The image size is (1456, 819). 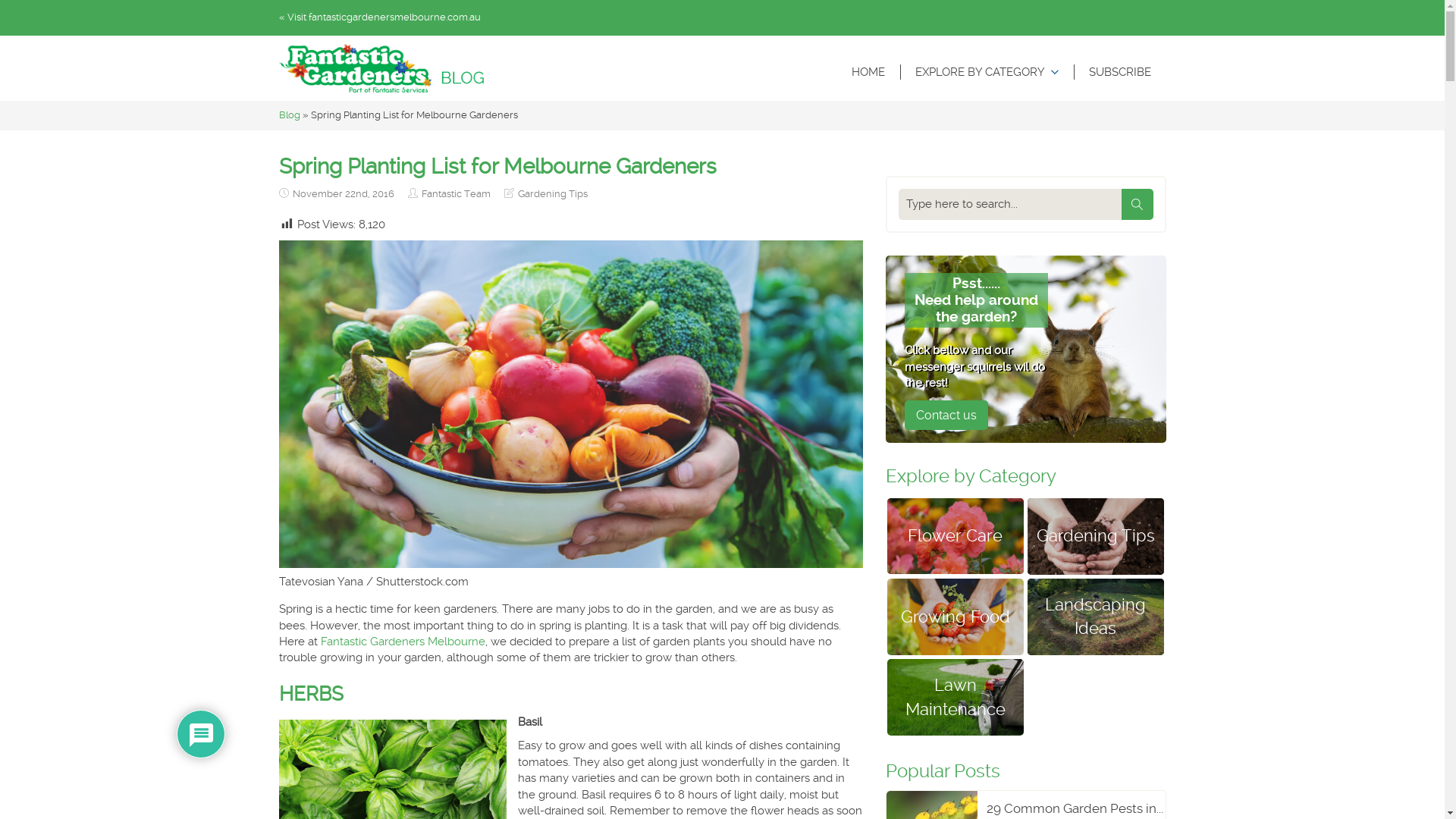 What do you see at coordinates (290, 114) in the screenshot?
I see `'Blog'` at bounding box center [290, 114].